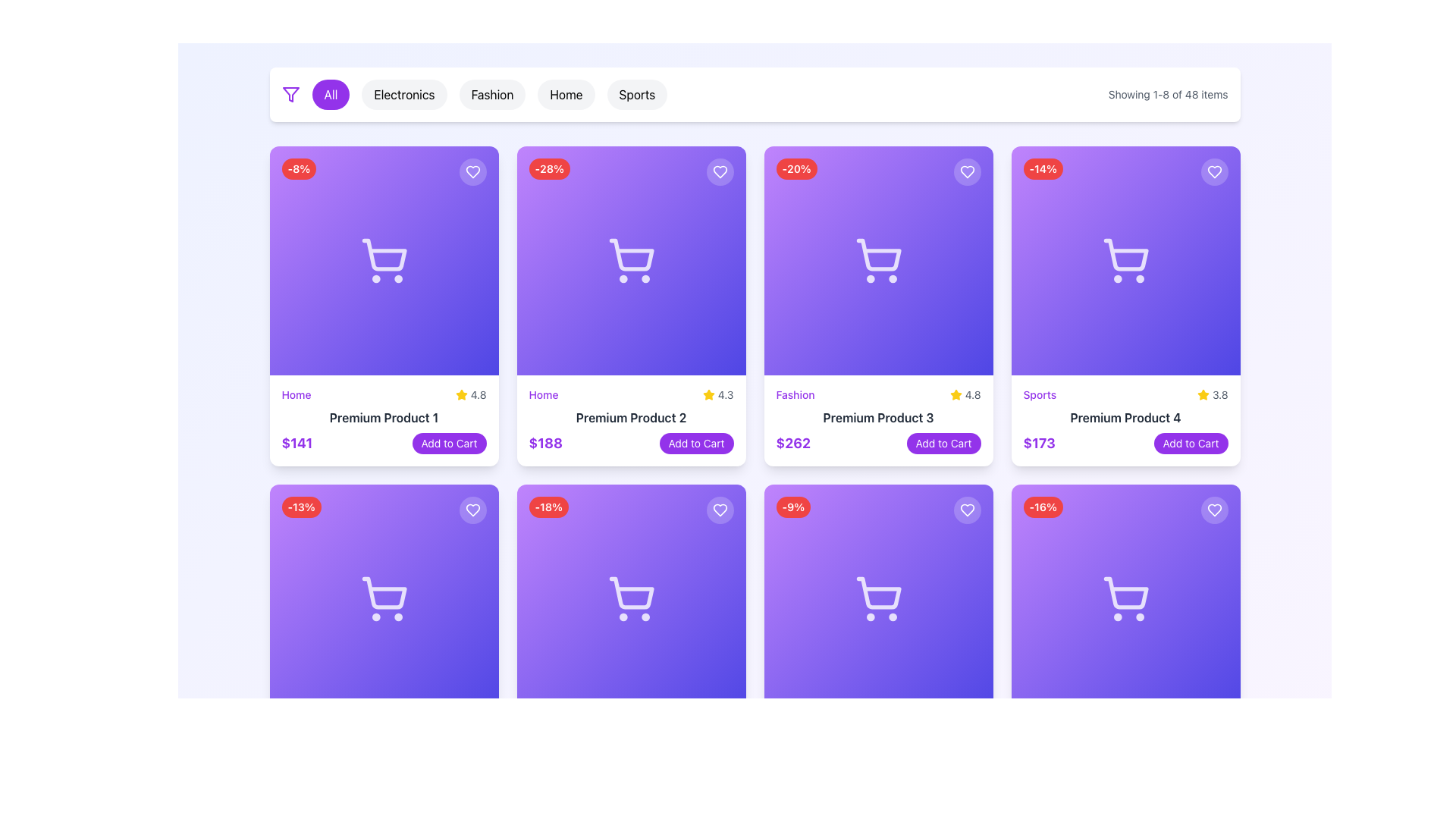 The height and width of the screenshot is (819, 1456). Describe the element at coordinates (384, 259) in the screenshot. I see `the shopping cart icon located in the first column of the grid in the top row` at that location.